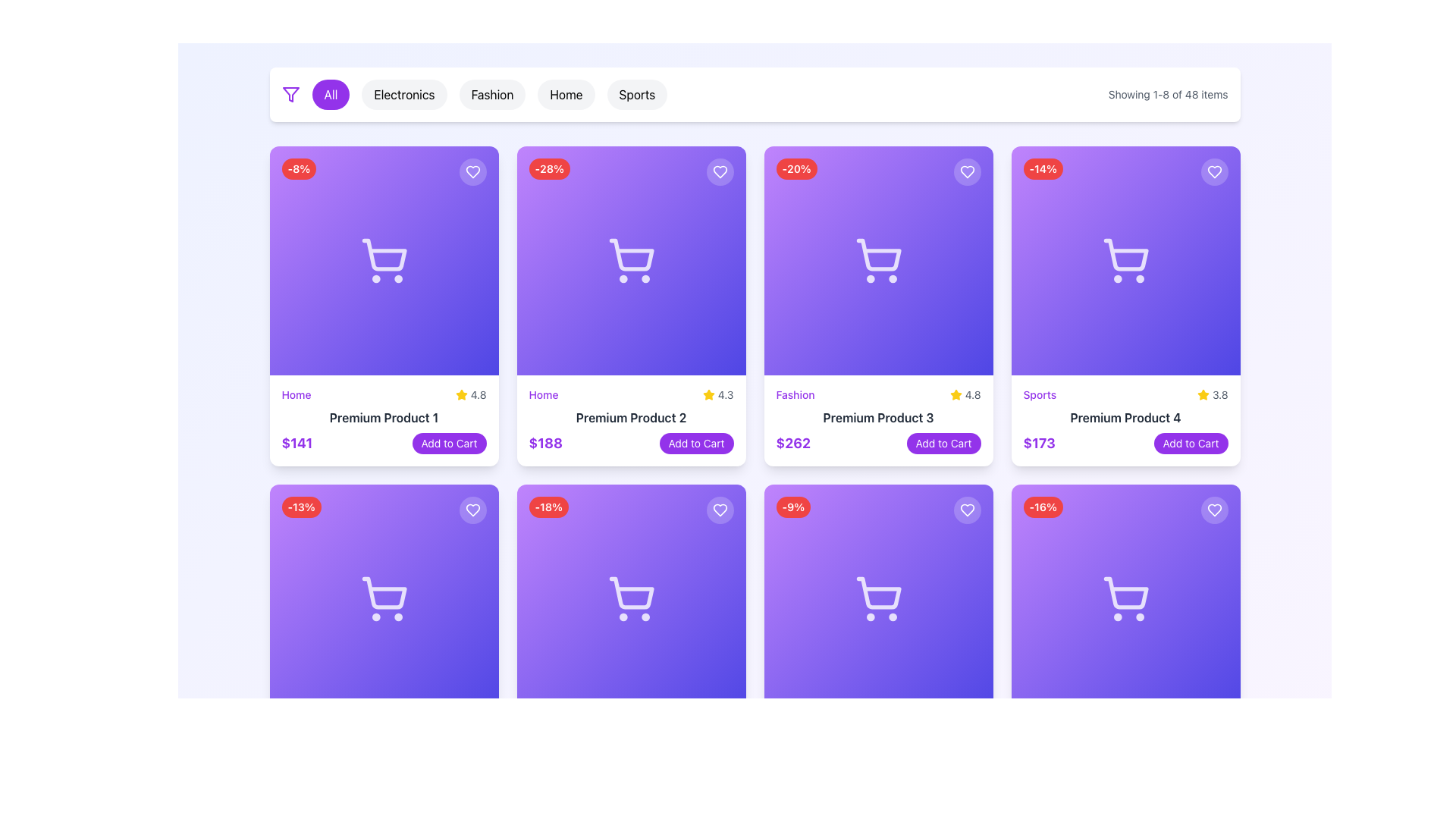 The height and width of the screenshot is (819, 1456). Describe the element at coordinates (384, 259) in the screenshot. I see `the shopping cart icon located in the first column of the grid in the top row` at that location.